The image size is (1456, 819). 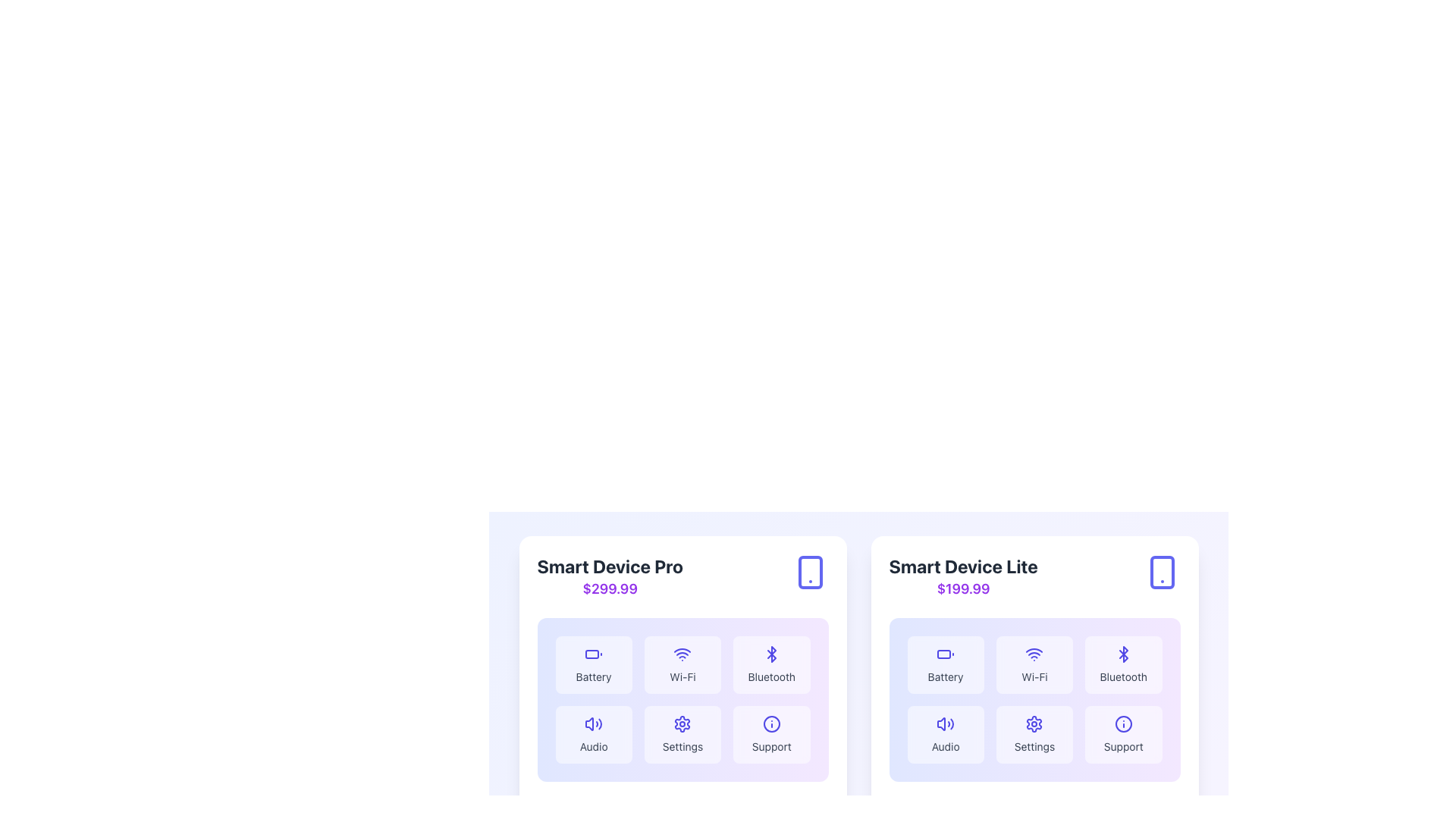 What do you see at coordinates (682, 745) in the screenshot?
I see `the 'Settings' text label, which is styled in gray and located below the cogwheel icon in the lower-right quadrant of the grid layout` at bounding box center [682, 745].